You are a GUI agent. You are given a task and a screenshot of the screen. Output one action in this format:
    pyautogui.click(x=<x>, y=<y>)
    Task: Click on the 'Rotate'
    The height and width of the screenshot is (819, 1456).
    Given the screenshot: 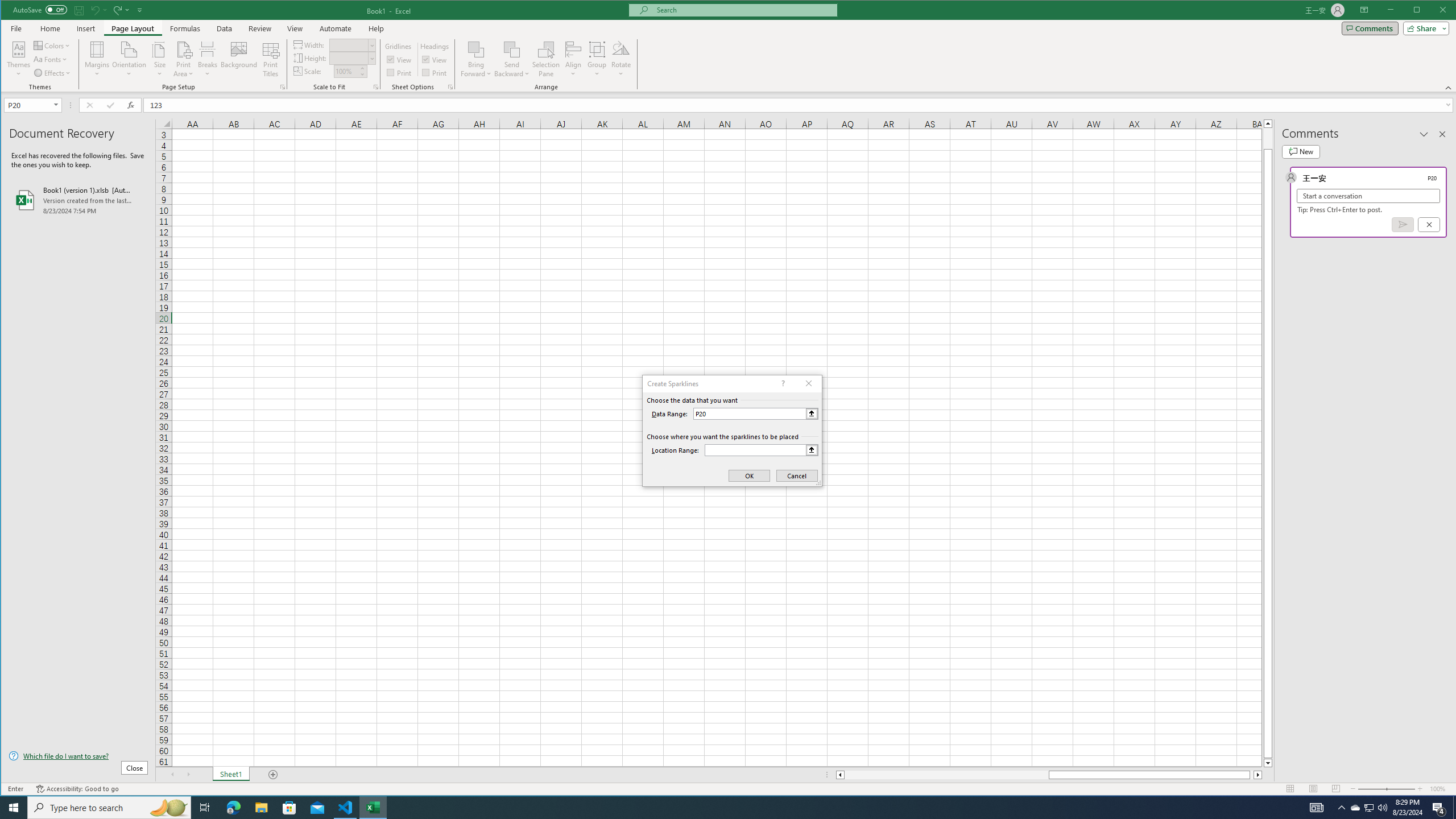 What is the action you would take?
    pyautogui.click(x=621, y=59)
    